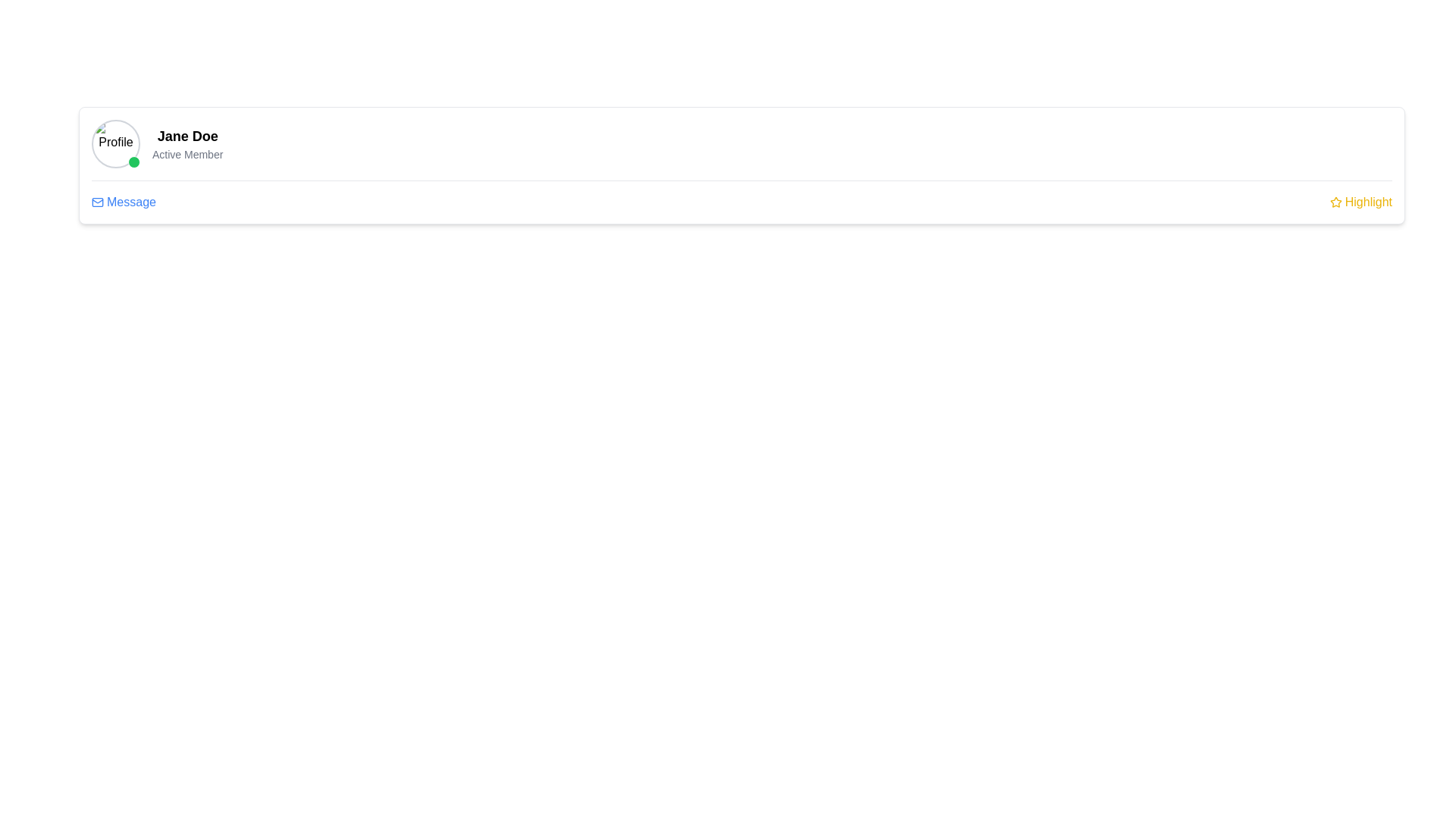 The height and width of the screenshot is (819, 1456). I want to click on text label displaying 'Active Member' located beneath 'Jane Doe' in the profile card layout, so click(187, 155).